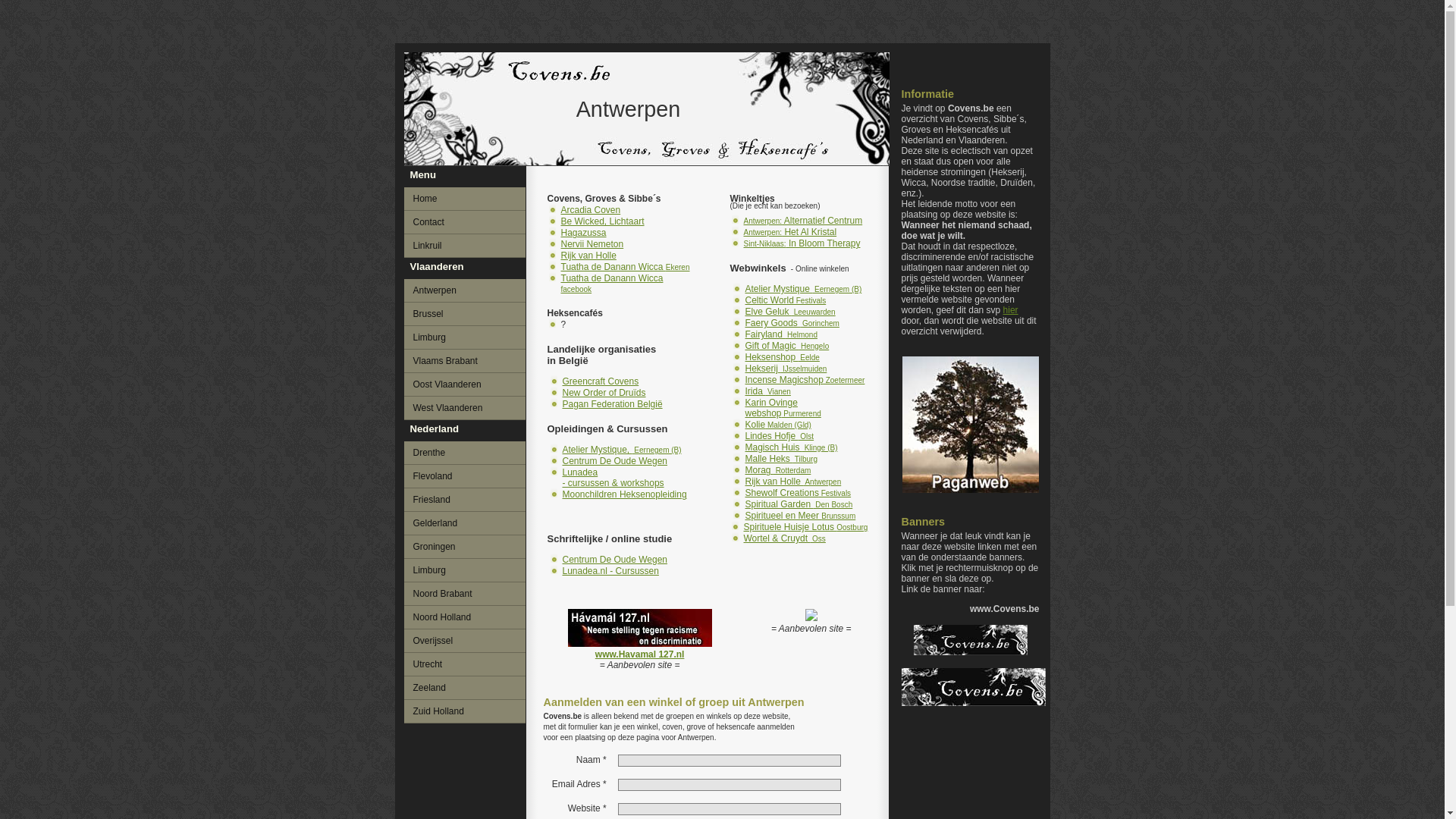  Describe the element at coordinates (745, 435) in the screenshot. I see `'Lindes Hofje  Olst'` at that location.